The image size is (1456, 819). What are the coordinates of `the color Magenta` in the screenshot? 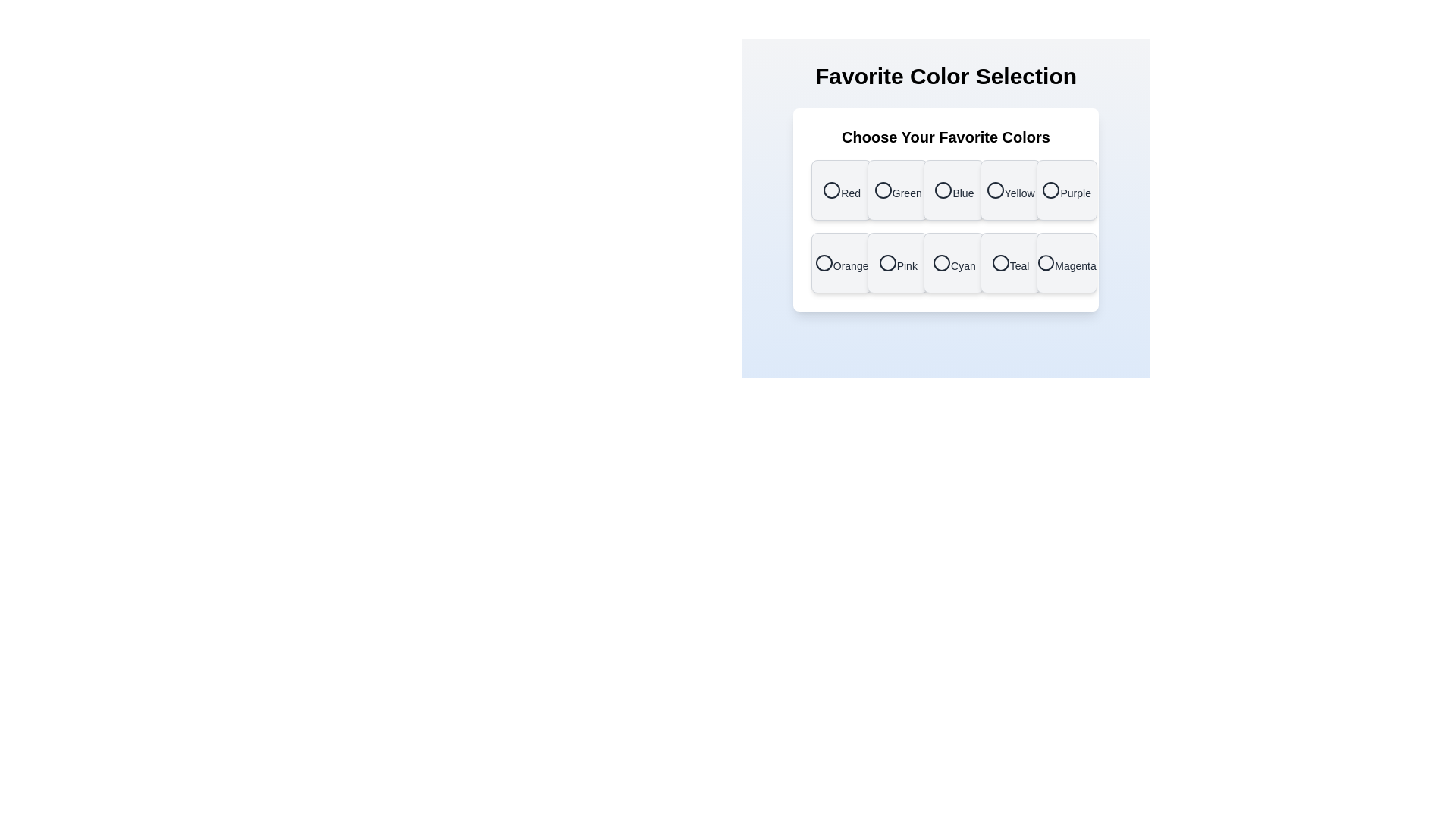 It's located at (1065, 262).